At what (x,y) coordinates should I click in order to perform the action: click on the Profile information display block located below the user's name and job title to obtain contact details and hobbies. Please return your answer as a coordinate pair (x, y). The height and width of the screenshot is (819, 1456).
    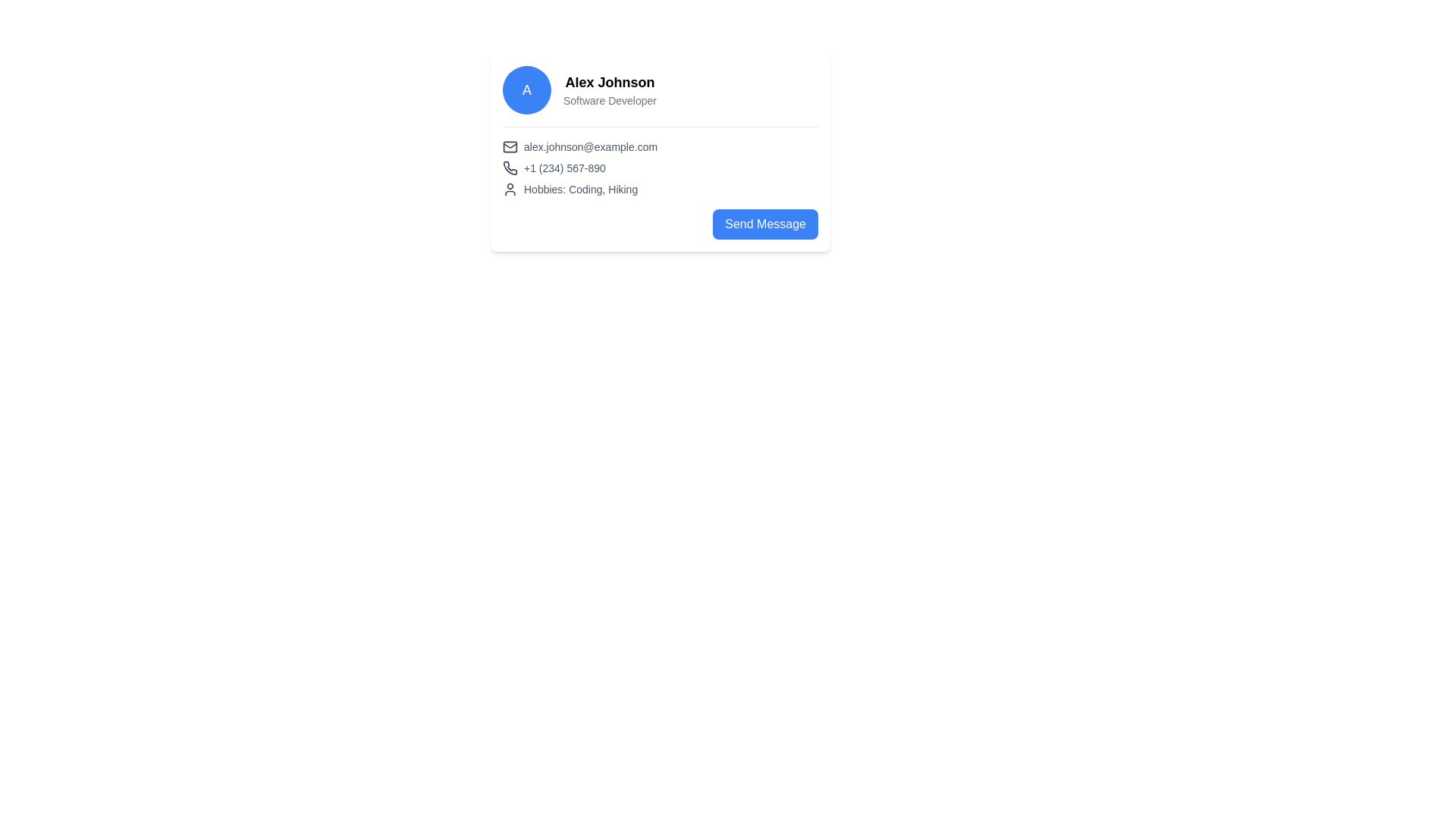
    Looking at the image, I should click on (660, 162).